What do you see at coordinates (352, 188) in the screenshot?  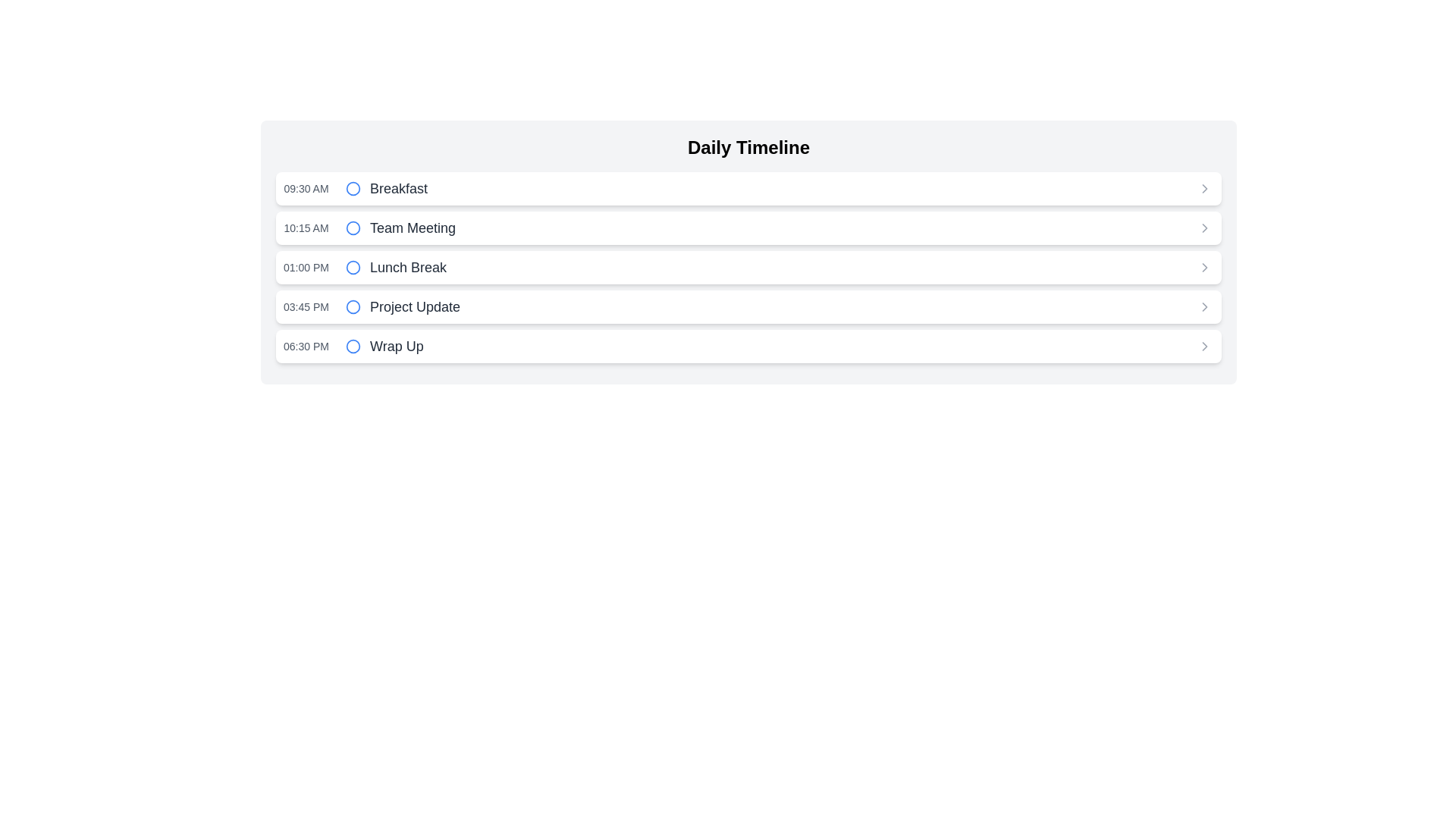 I see `the visual indicator icon related to the 'Breakfast' entry in the timeline` at bounding box center [352, 188].